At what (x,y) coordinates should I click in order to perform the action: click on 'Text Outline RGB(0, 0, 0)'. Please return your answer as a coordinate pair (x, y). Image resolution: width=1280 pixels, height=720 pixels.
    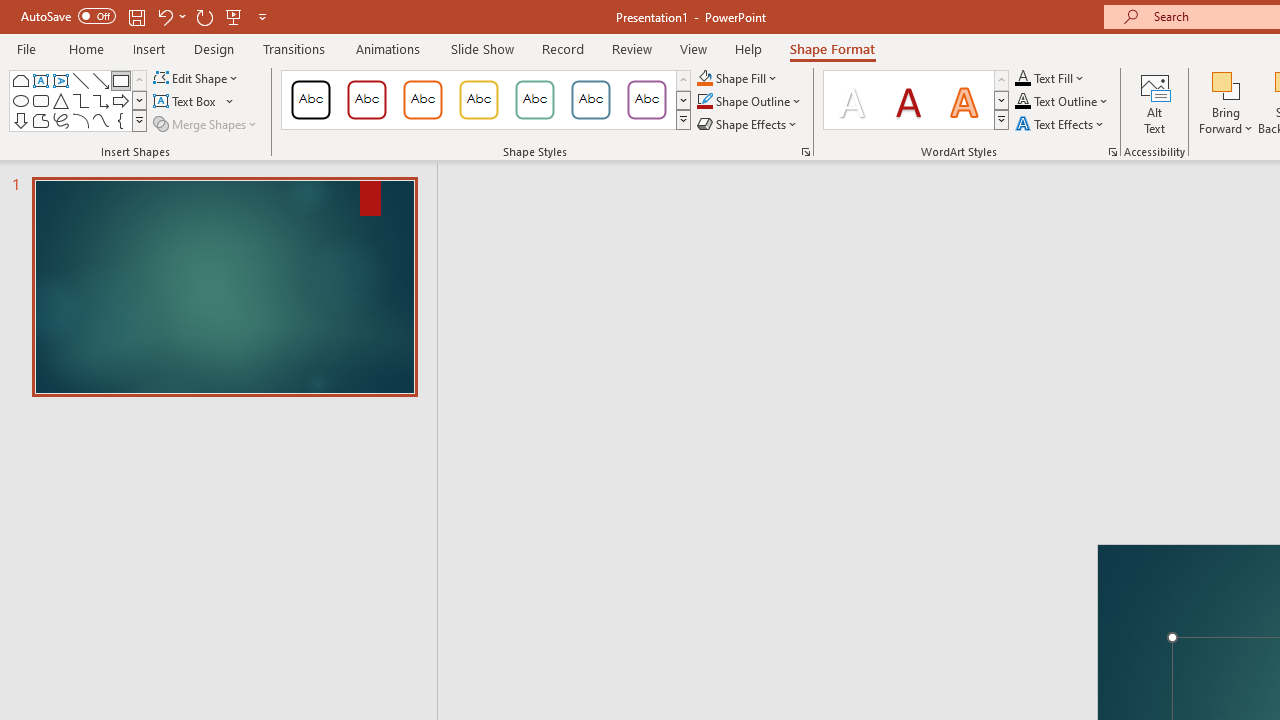
    Looking at the image, I should click on (1023, 101).